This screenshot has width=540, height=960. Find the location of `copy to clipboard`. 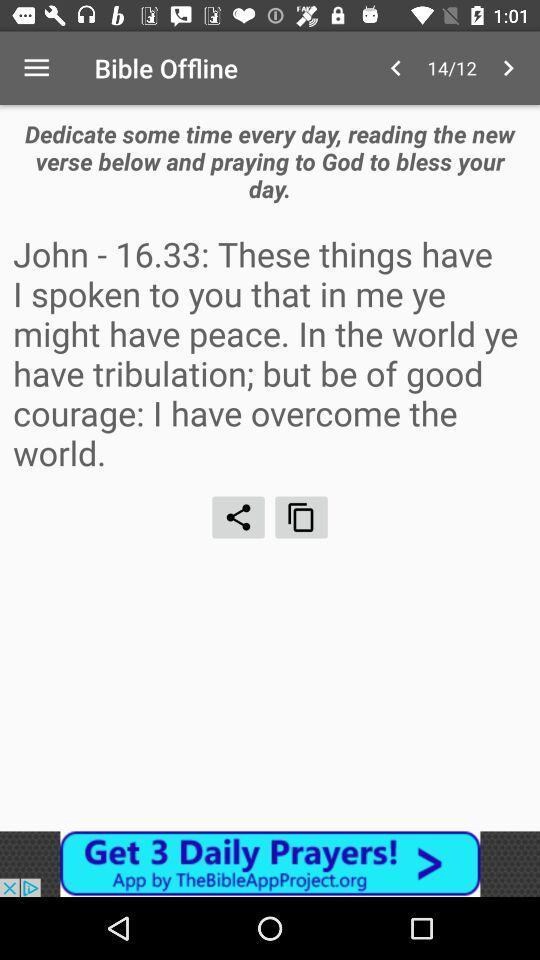

copy to clipboard is located at coordinates (300, 516).